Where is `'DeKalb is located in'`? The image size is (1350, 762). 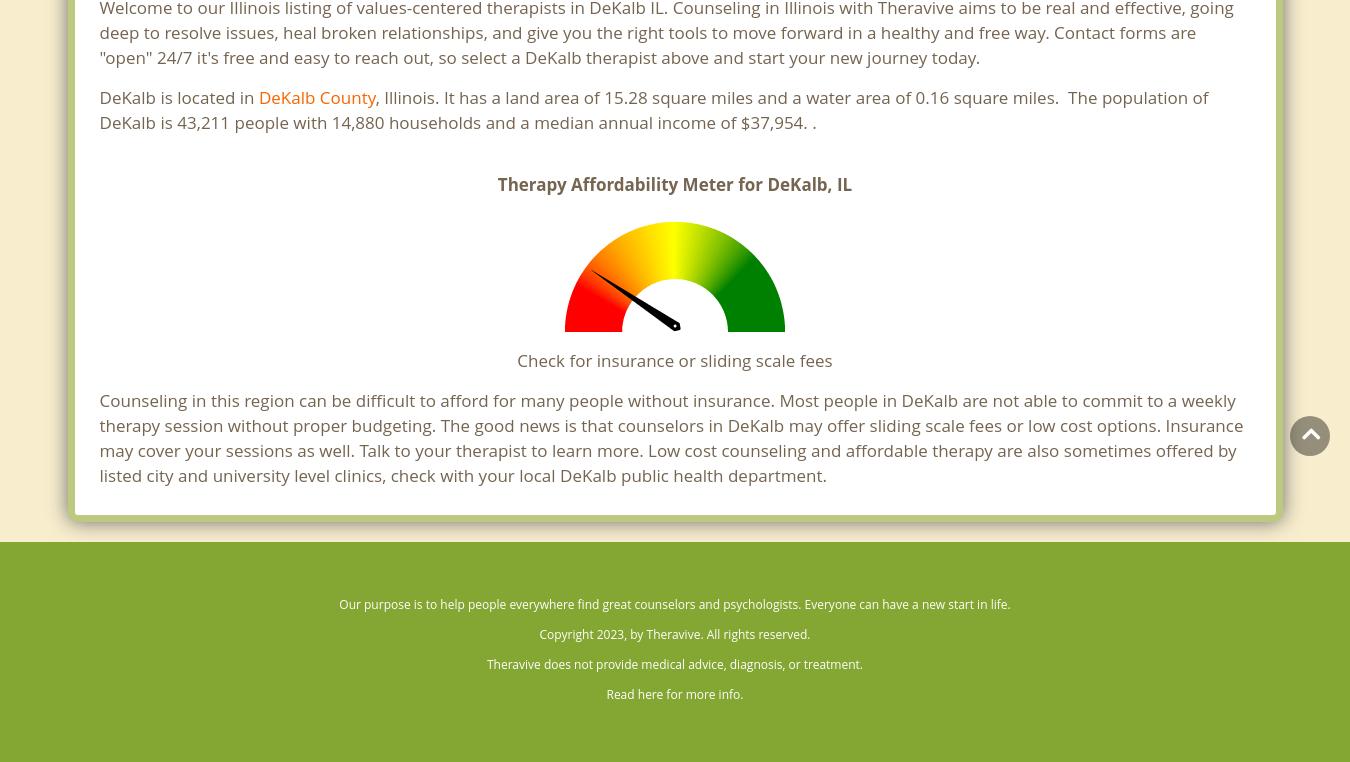
'DeKalb is located in' is located at coordinates (178, 97).